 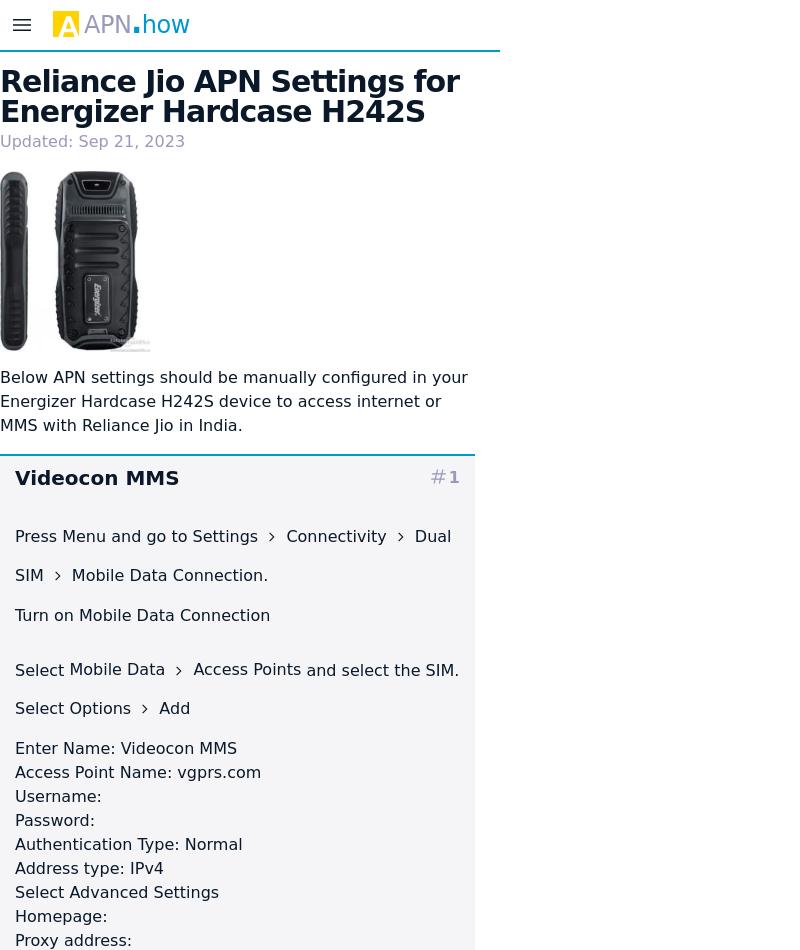 What do you see at coordinates (229, 96) in the screenshot?
I see `'Reliance Jio APN Settings for Energizer Hardcase H242S'` at bounding box center [229, 96].